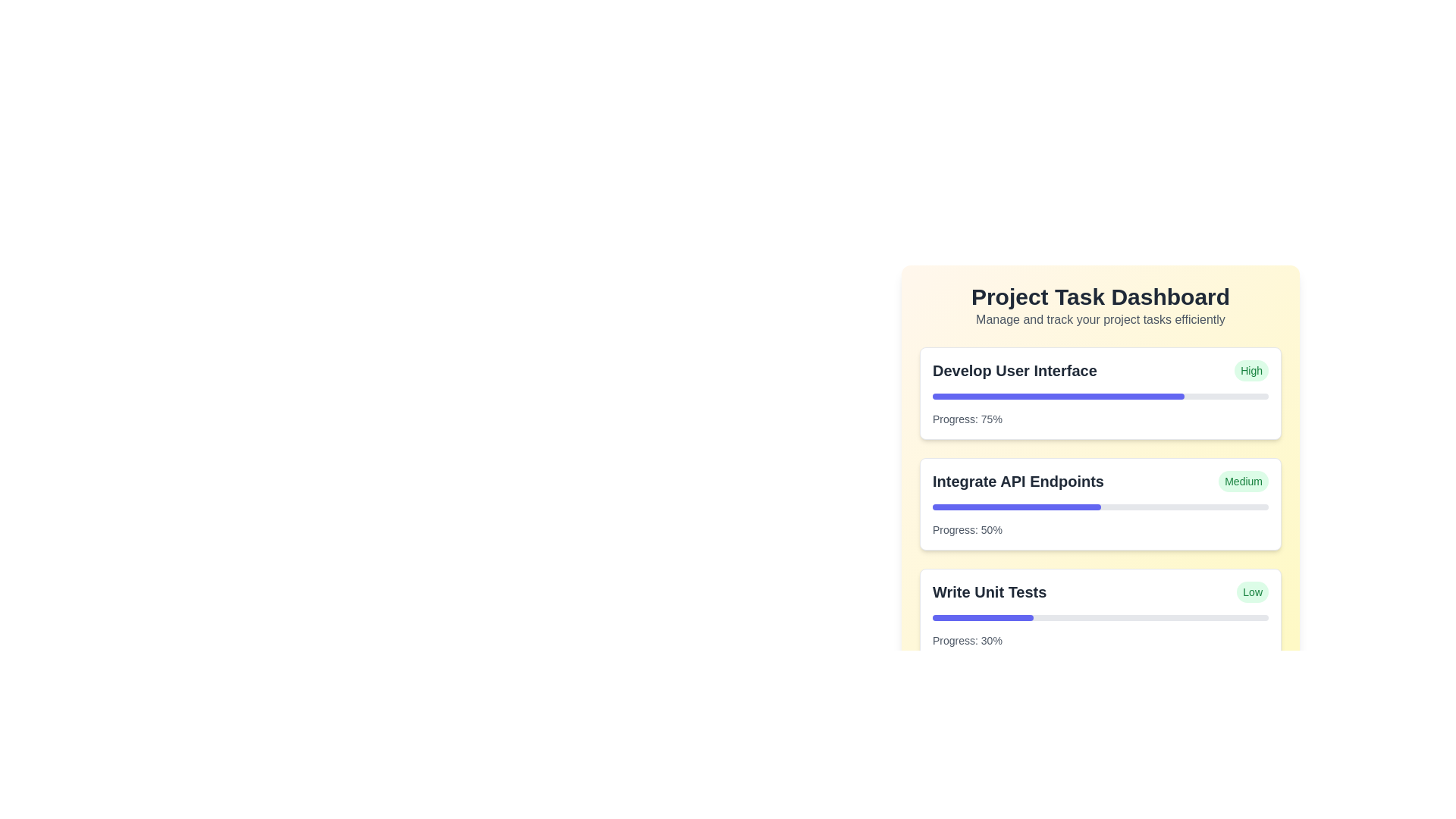 Image resolution: width=1456 pixels, height=819 pixels. What do you see at coordinates (990, 591) in the screenshot?
I see `the static text element that serves as the title for the task labeled 'Write Unit Tests' in the Project Task Dashboard, located beside the 'Low' priority badge` at bounding box center [990, 591].